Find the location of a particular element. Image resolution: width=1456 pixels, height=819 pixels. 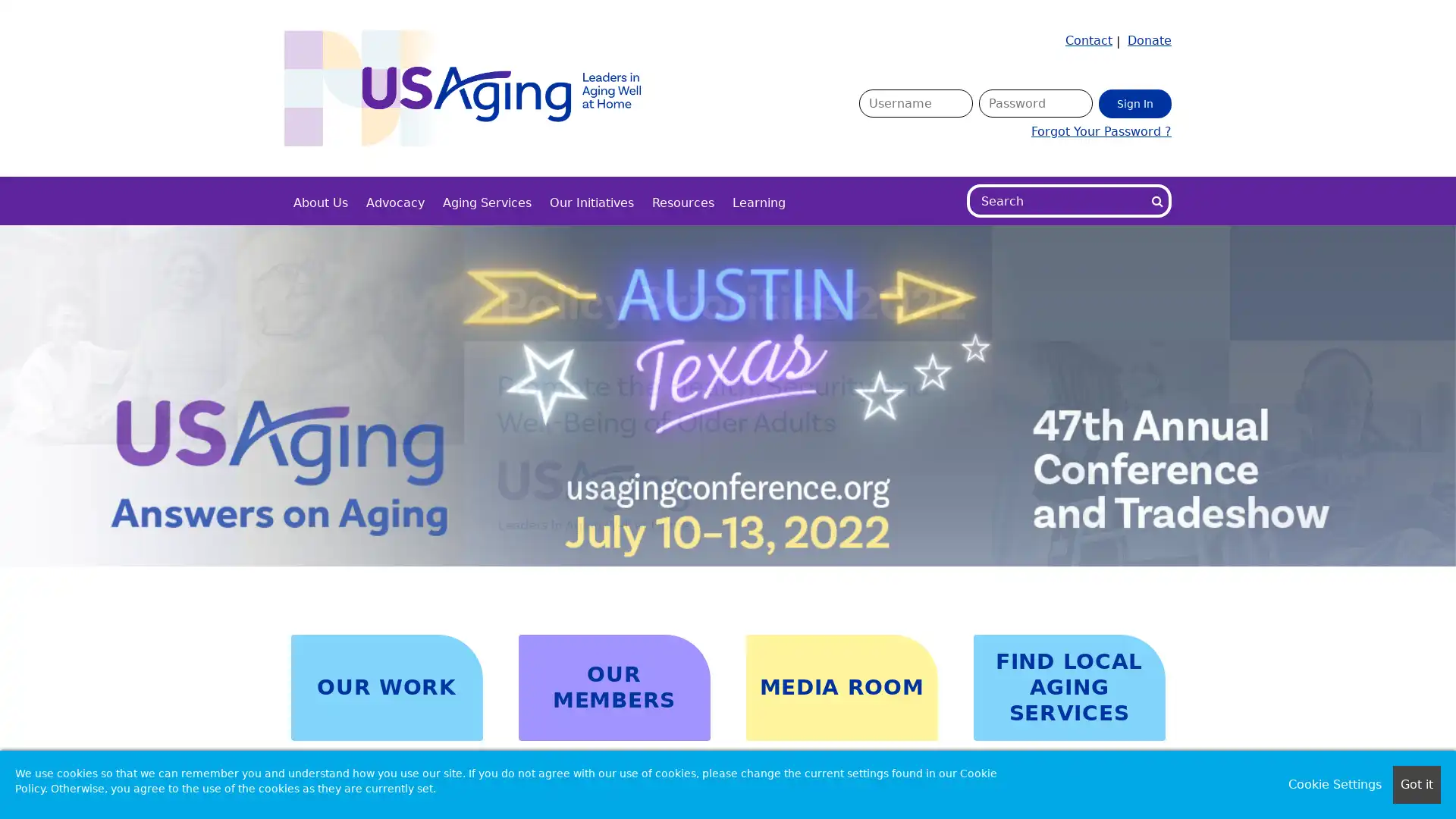

Cookie Settings is located at coordinates (1335, 784).